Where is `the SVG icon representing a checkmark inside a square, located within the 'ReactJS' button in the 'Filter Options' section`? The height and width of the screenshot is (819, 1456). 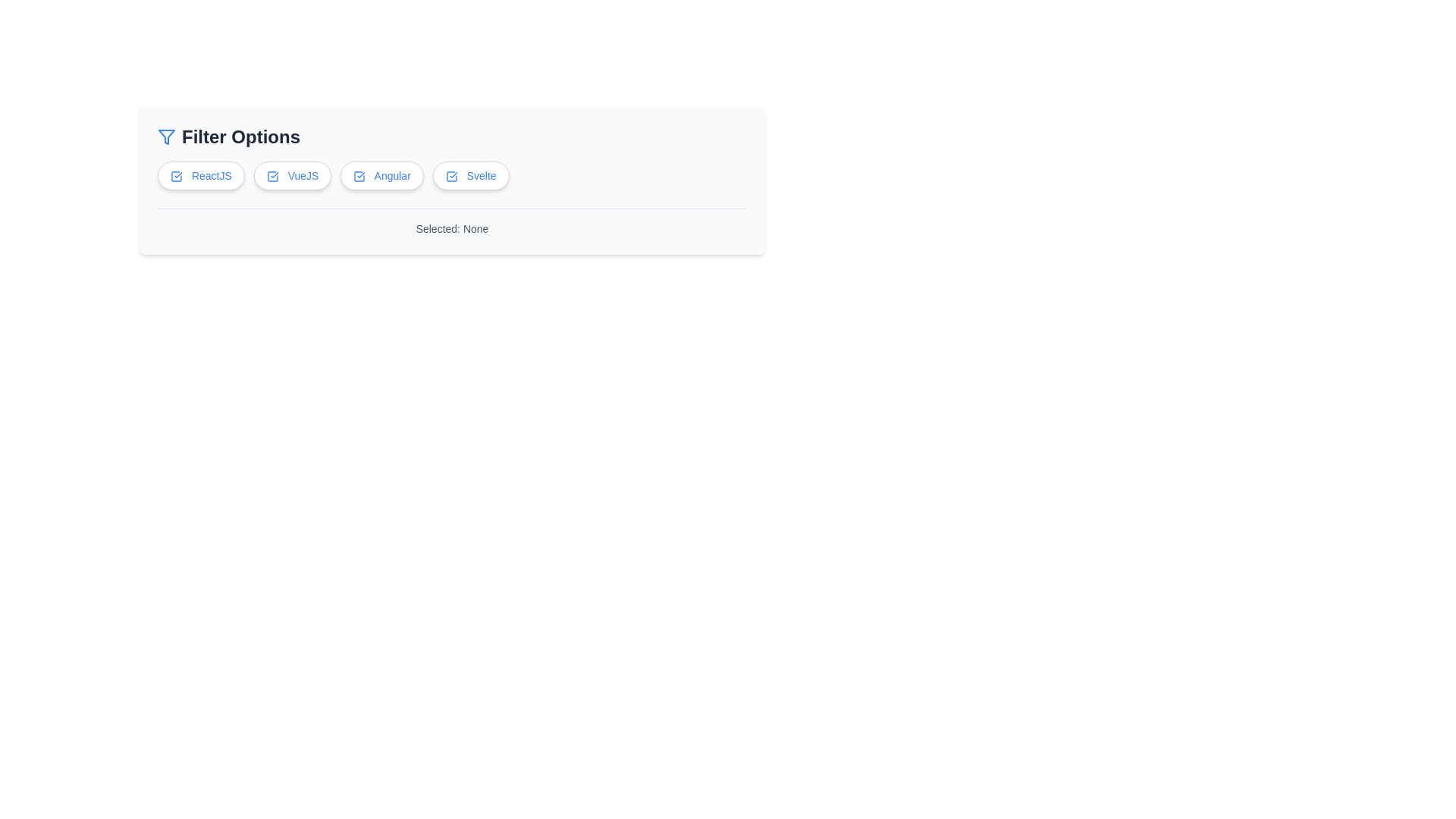
the SVG icon representing a checkmark inside a square, located within the 'ReactJS' button in the 'Filter Options' section is located at coordinates (177, 176).